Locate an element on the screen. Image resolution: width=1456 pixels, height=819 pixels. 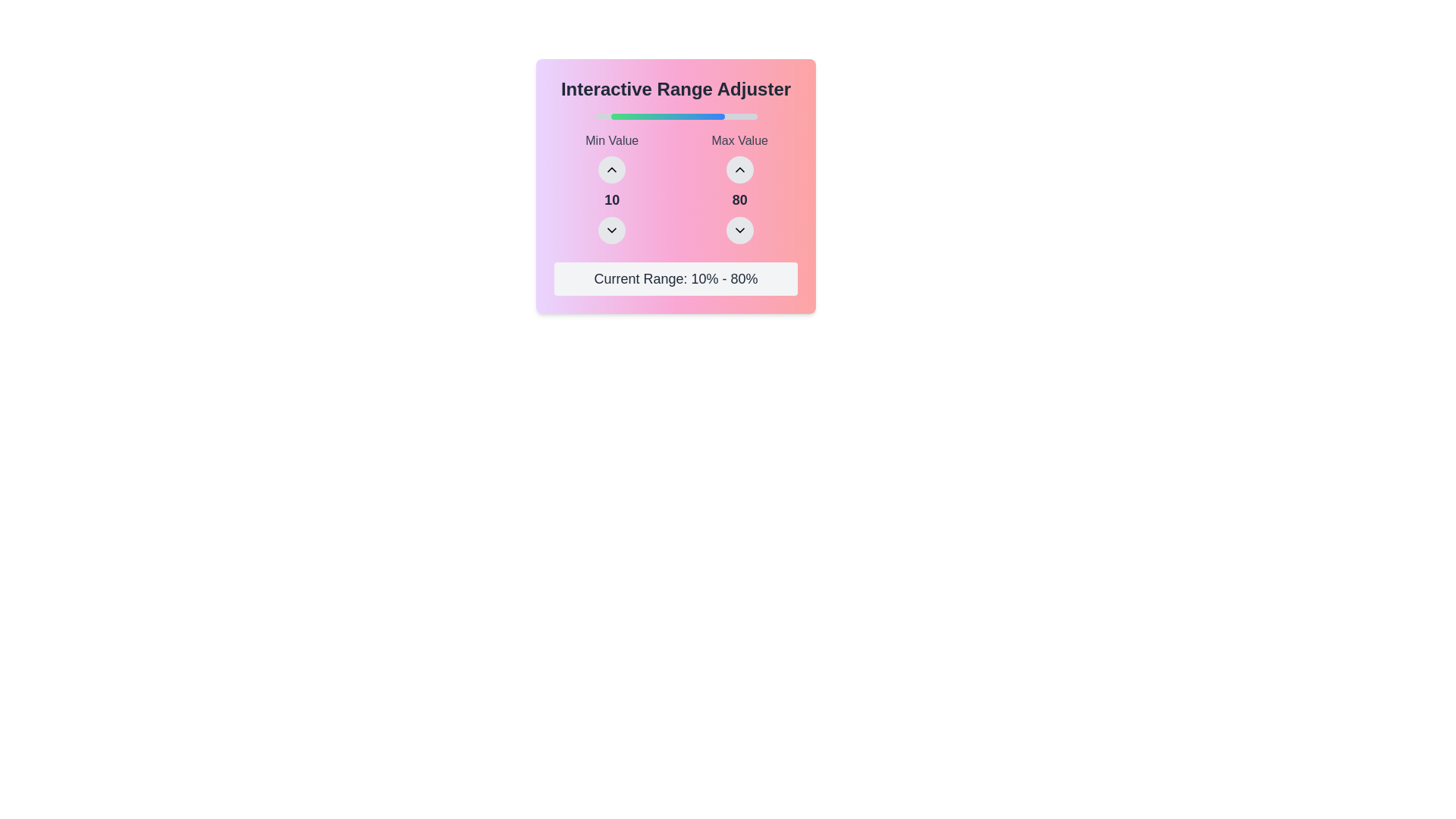
the rounded button with a light gray background and downward-pointing arrow icon located in the 'Interactive Range Adjuster' component, situated between the number '10' and the label 'Current Range: 10% - 80%' is located at coordinates (612, 231).